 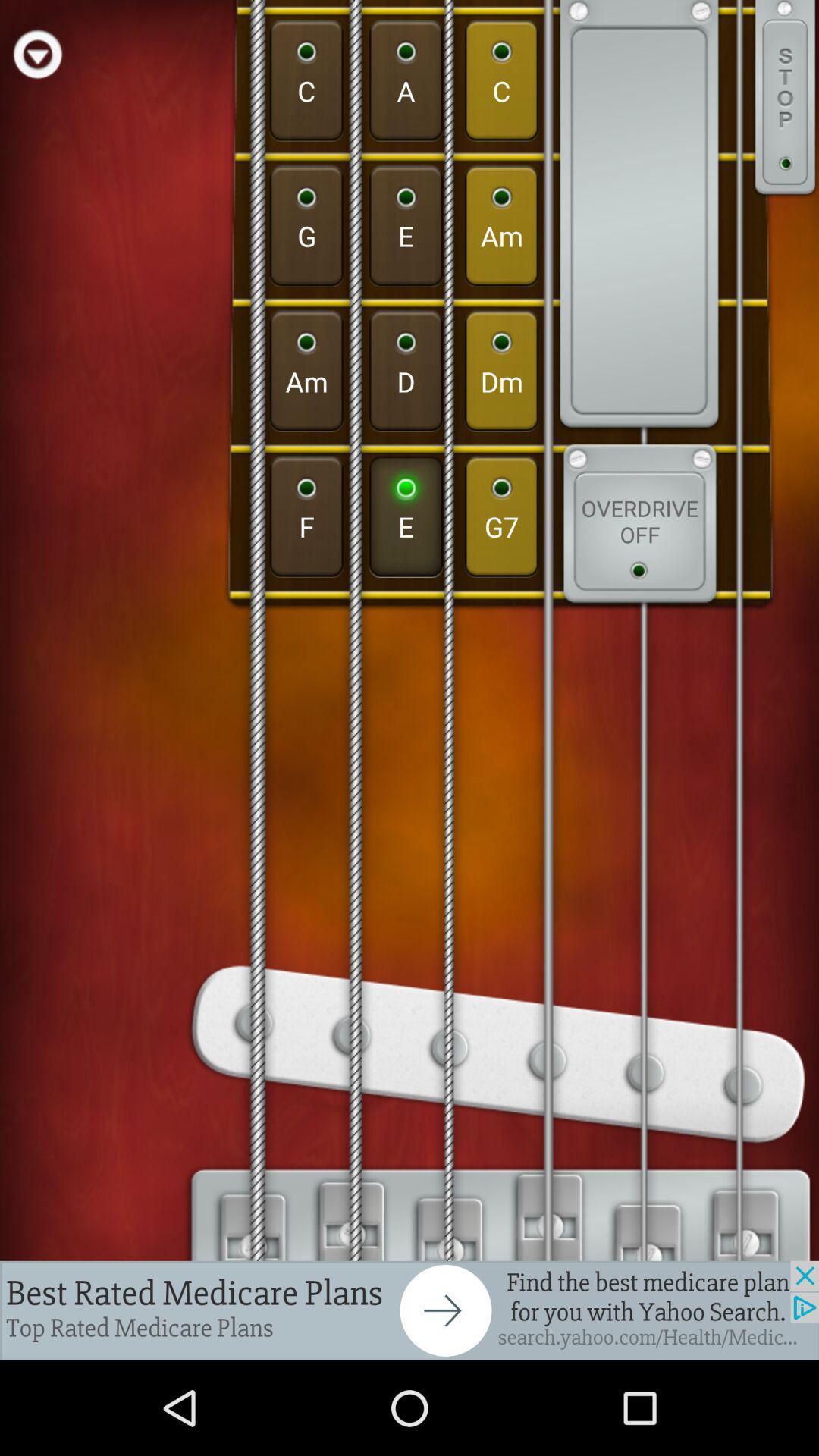 What do you see at coordinates (785, 99) in the screenshot?
I see `stop` at bounding box center [785, 99].